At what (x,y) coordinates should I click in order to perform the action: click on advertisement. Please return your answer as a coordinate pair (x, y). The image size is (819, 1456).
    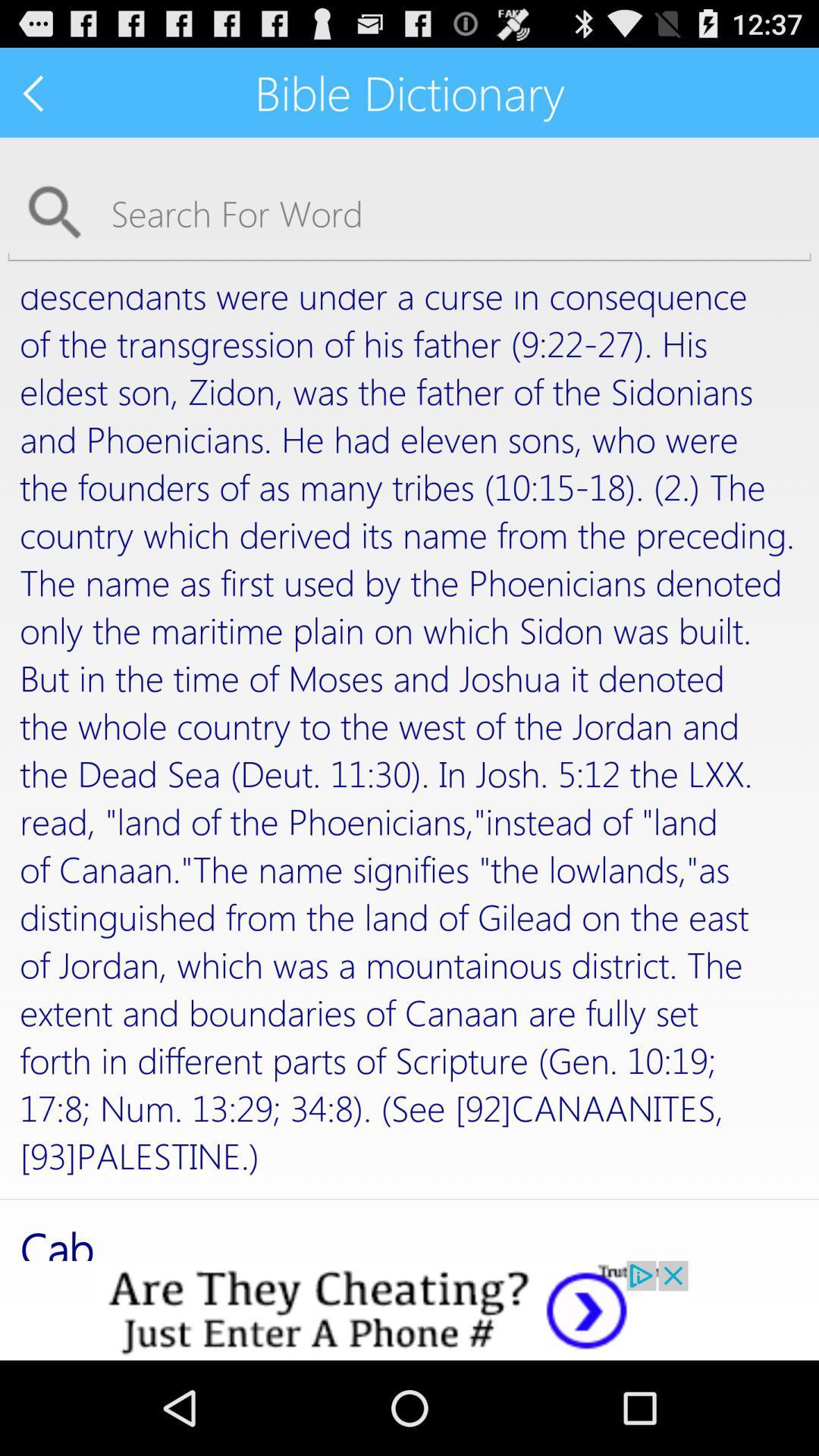
    Looking at the image, I should click on (409, 1310).